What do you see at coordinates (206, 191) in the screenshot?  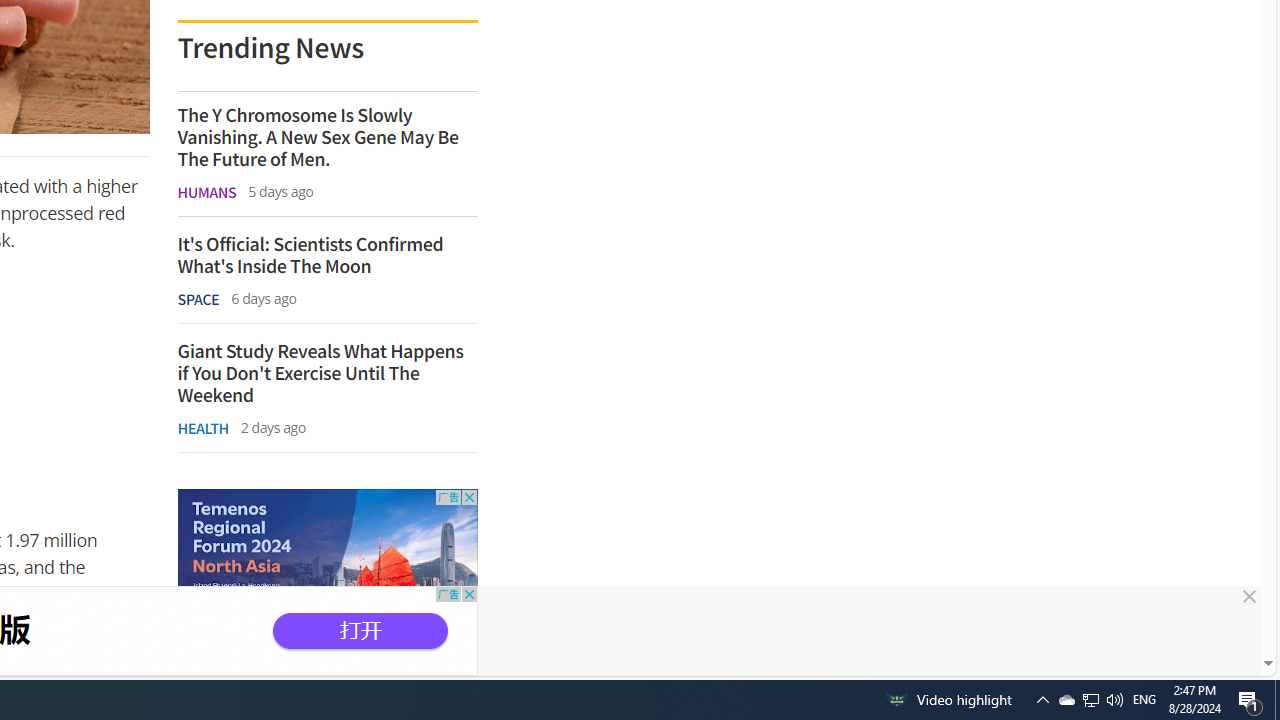 I see `'HUMANS'` at bounding box center [206, 191].